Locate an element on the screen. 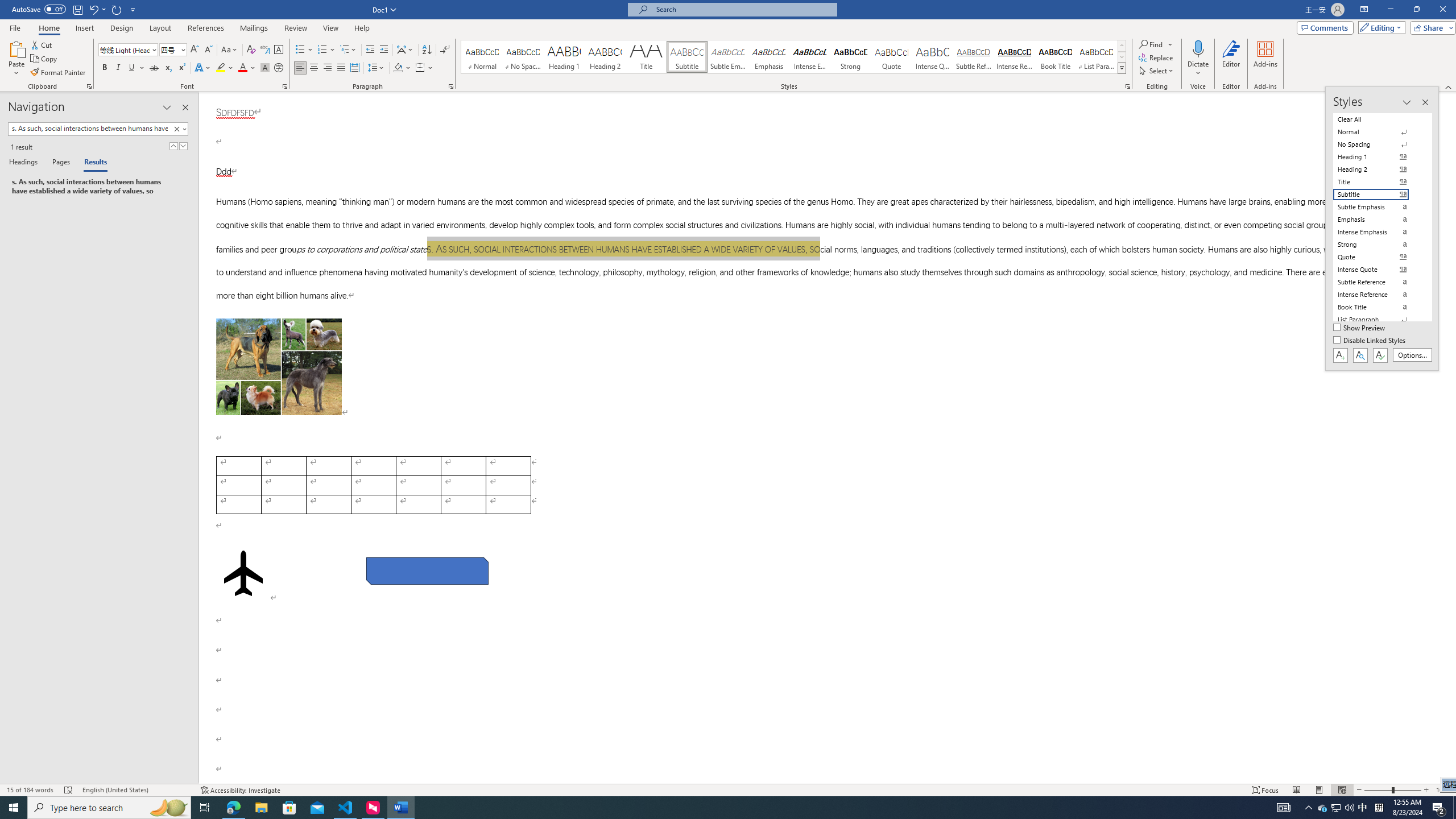 The image size is (1456, 819). 'AutoSave' is located at coordinates (39, 9).